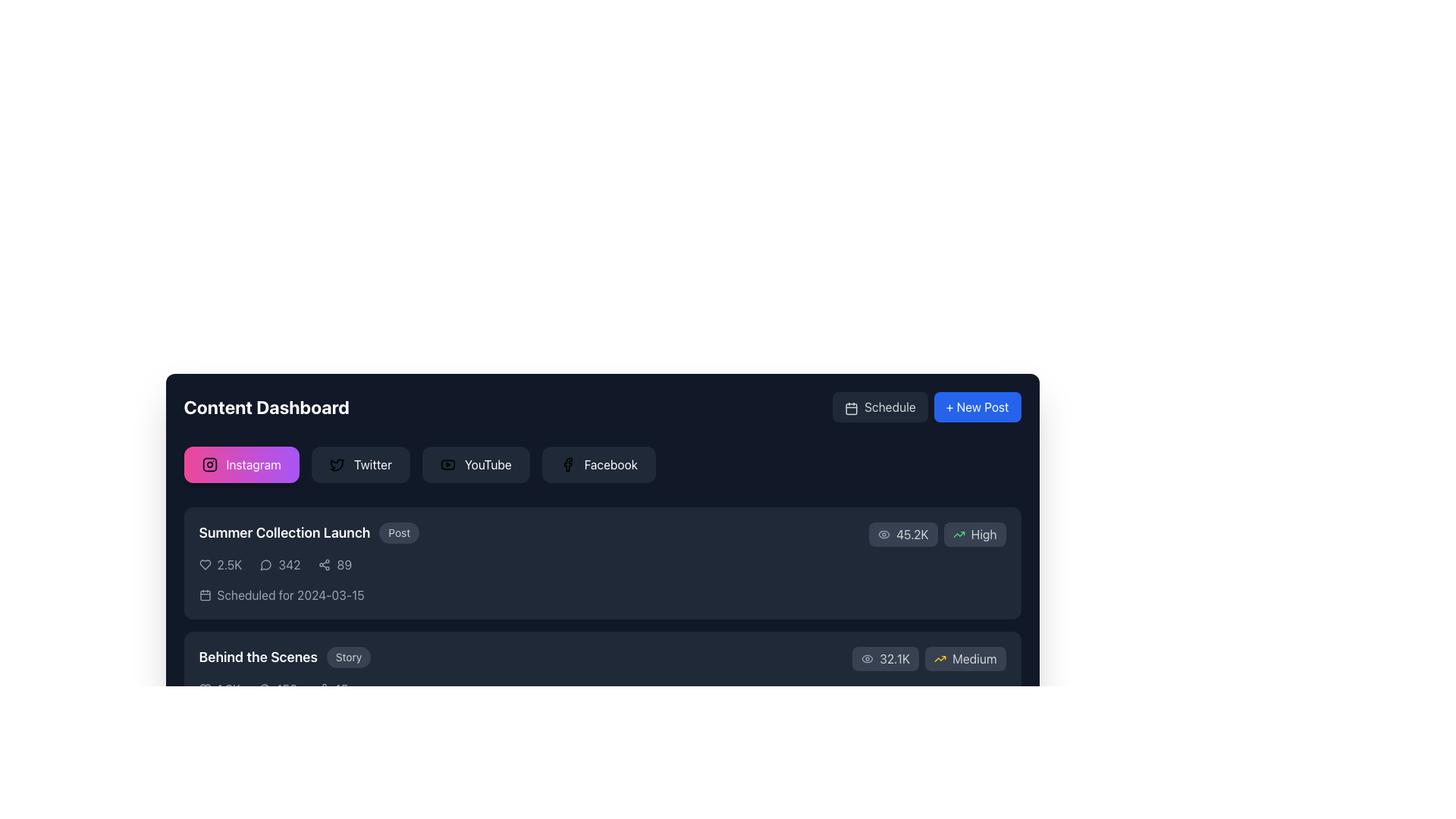 Image resolution: width=1456 pixels, height=819 pixels. What do you see at coordinates (227, 689) in the screenshot?
I see `the static text label displaying '1.8K', which is styled in light-grey, slightly rounded sans-serif typeface and is positioned to the right of a heart icon` at bounding box center [227, 689].